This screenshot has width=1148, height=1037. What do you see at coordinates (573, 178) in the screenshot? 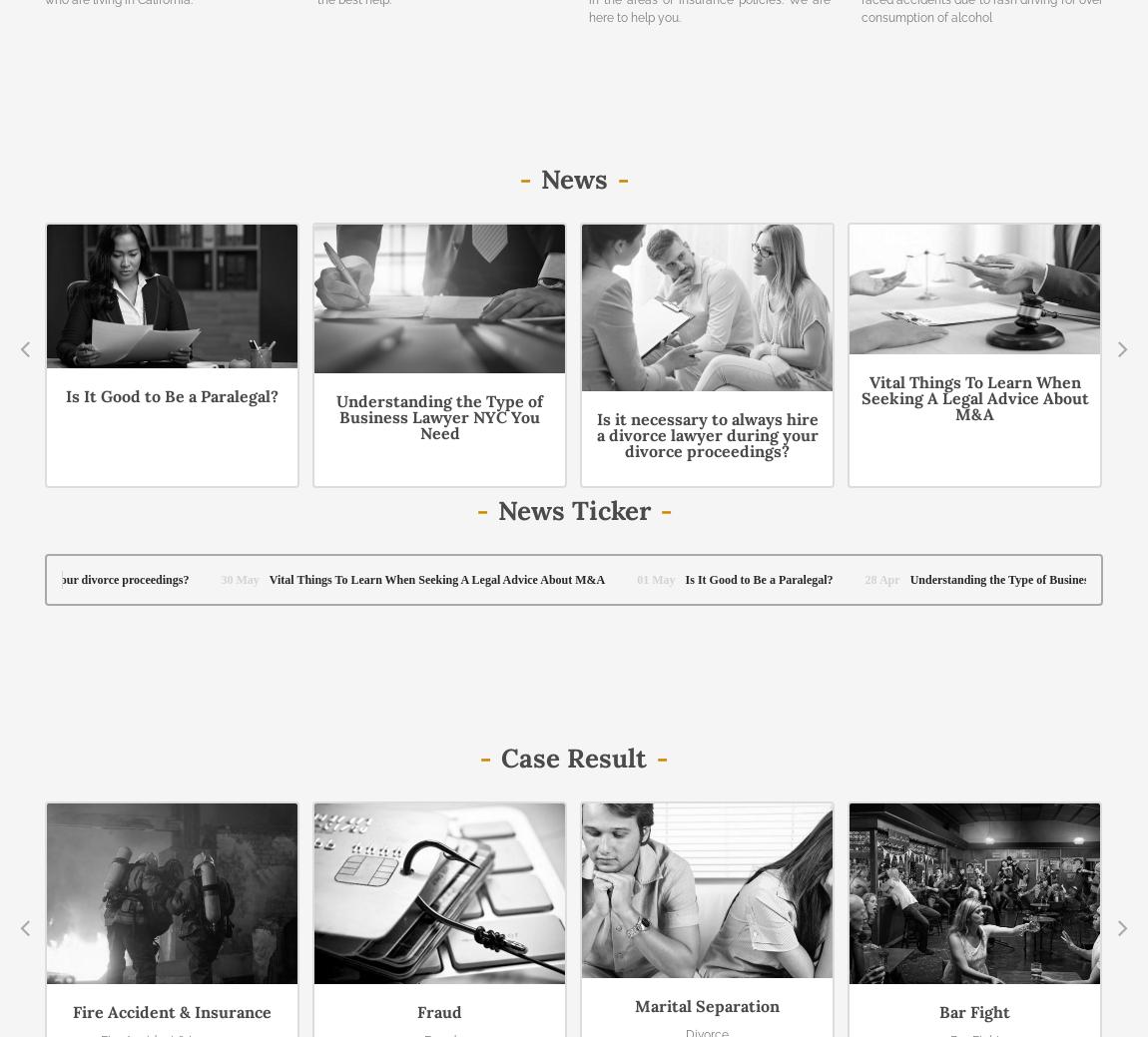
I see `'News'` at bounding box center [573, 178].